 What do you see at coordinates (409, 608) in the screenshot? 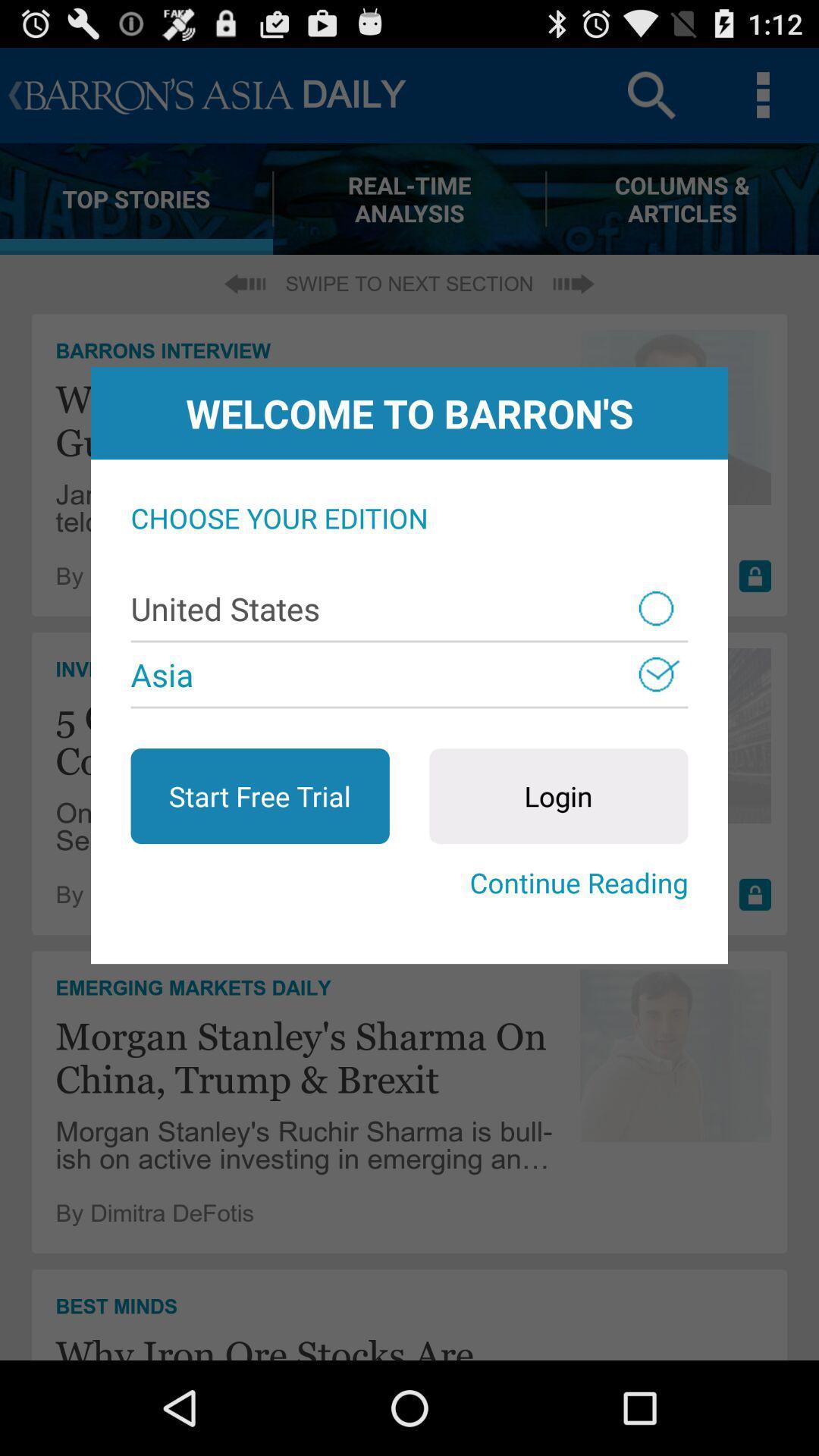
I see `the united states icon` at bounding box center [409, 608].